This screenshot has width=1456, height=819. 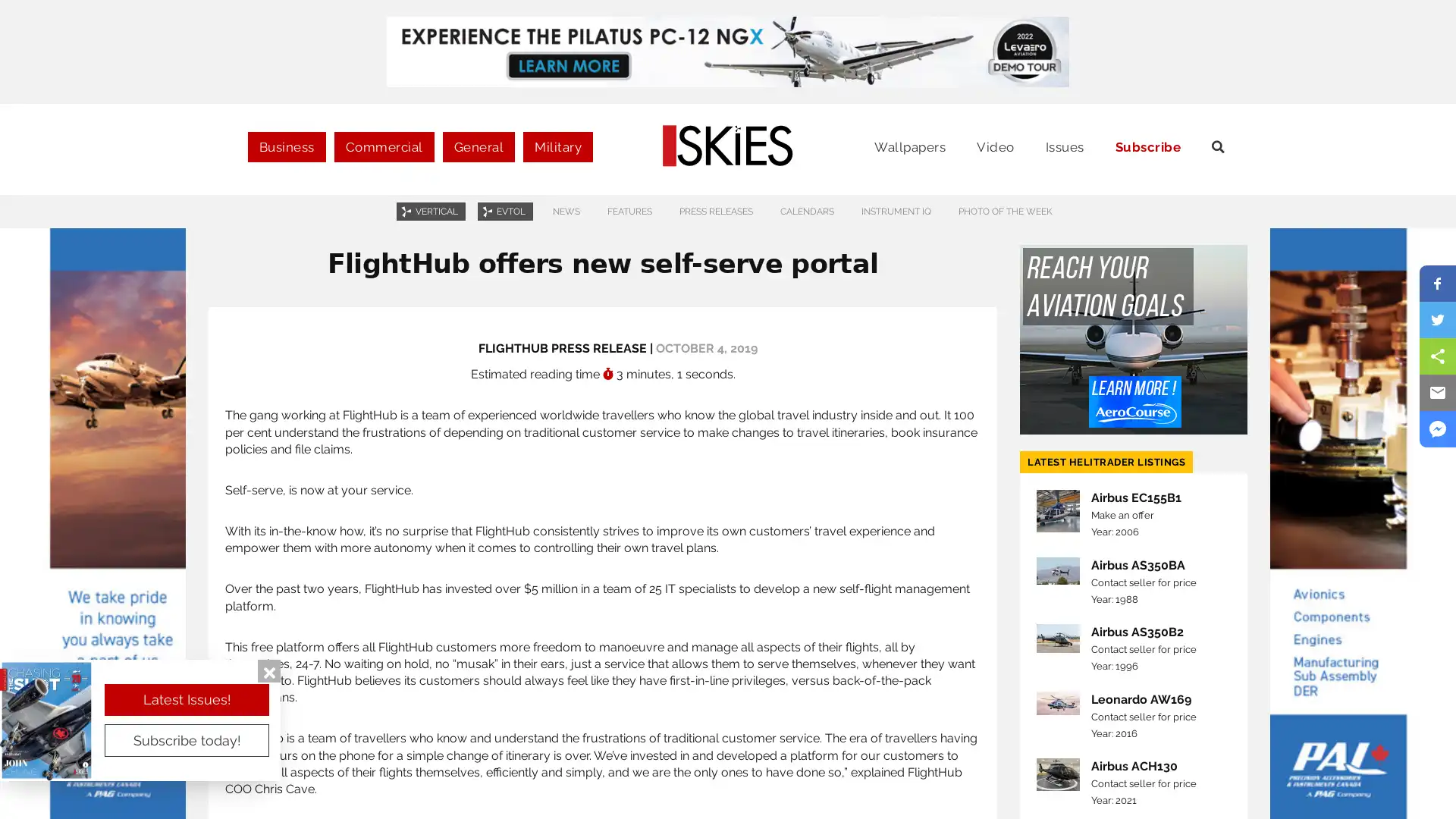 What do you see at coordinates (1387, 155) in the screenshot?
I see `Search` at bounding box center [1387, 155].